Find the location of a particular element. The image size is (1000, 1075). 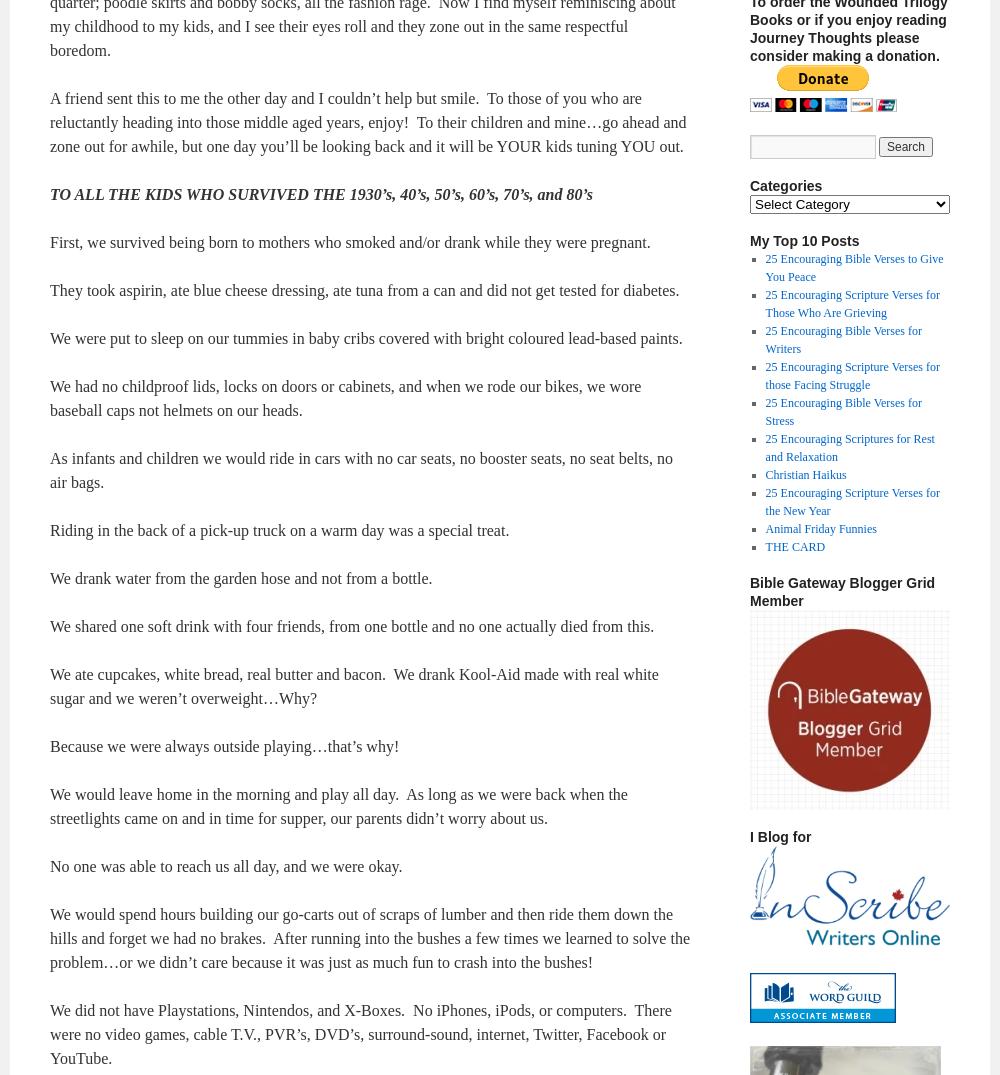

'First, we survived being born to mothers who smoked and/or drank while they were pregnant.' is located at coordinates (349, 241).